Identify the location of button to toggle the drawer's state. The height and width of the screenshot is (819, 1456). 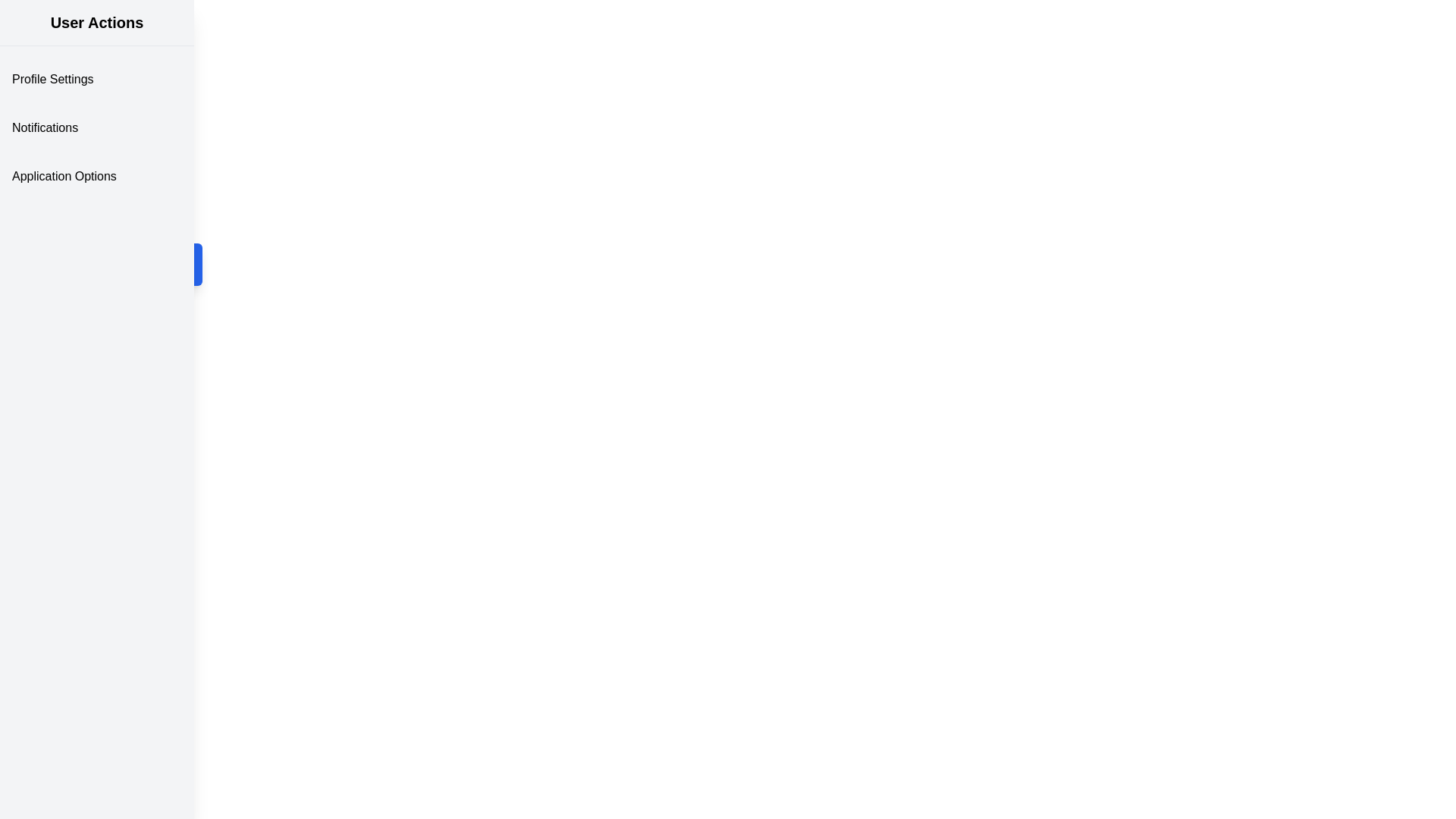
(181, 263).